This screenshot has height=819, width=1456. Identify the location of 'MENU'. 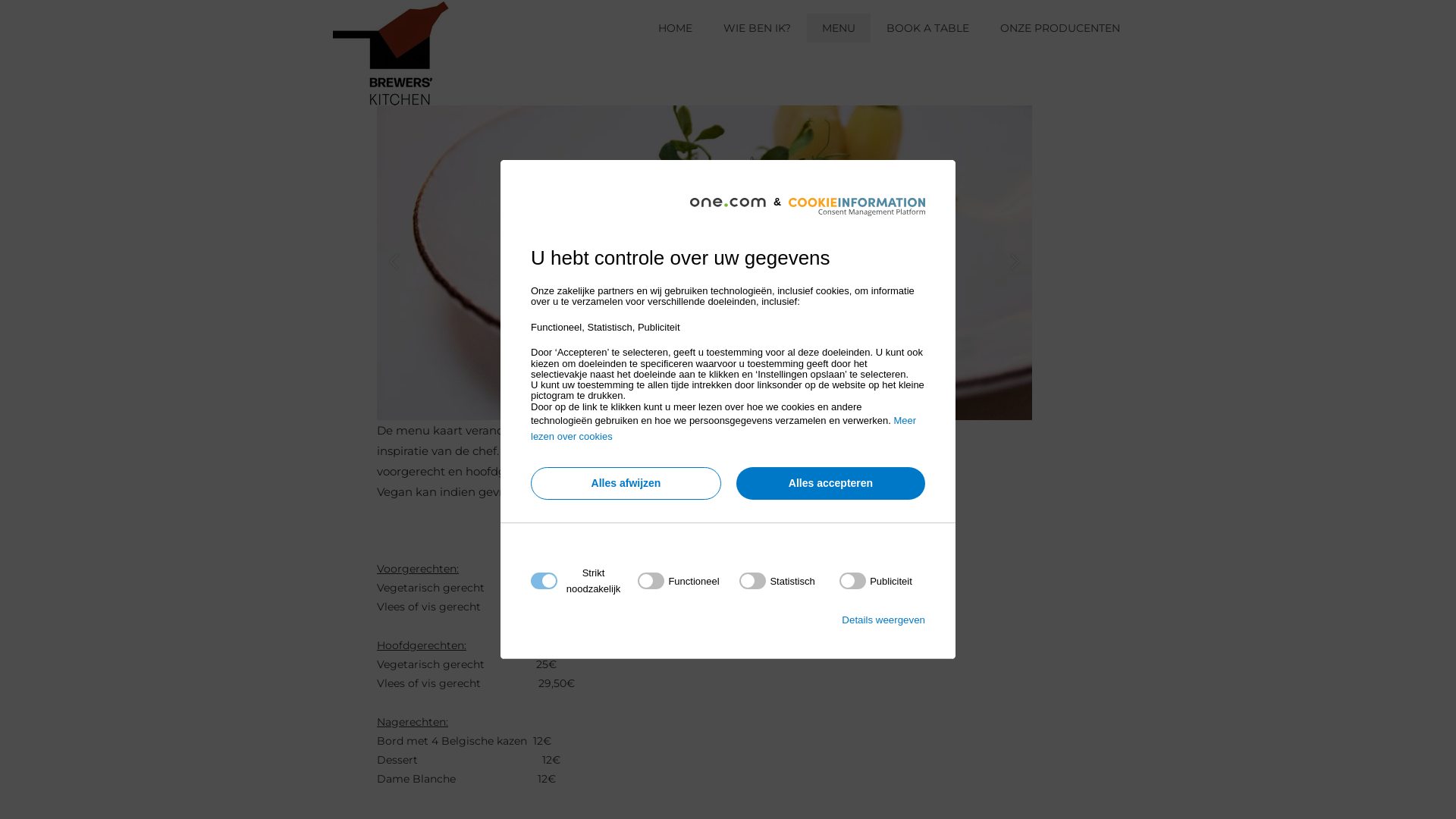
(837, 28).